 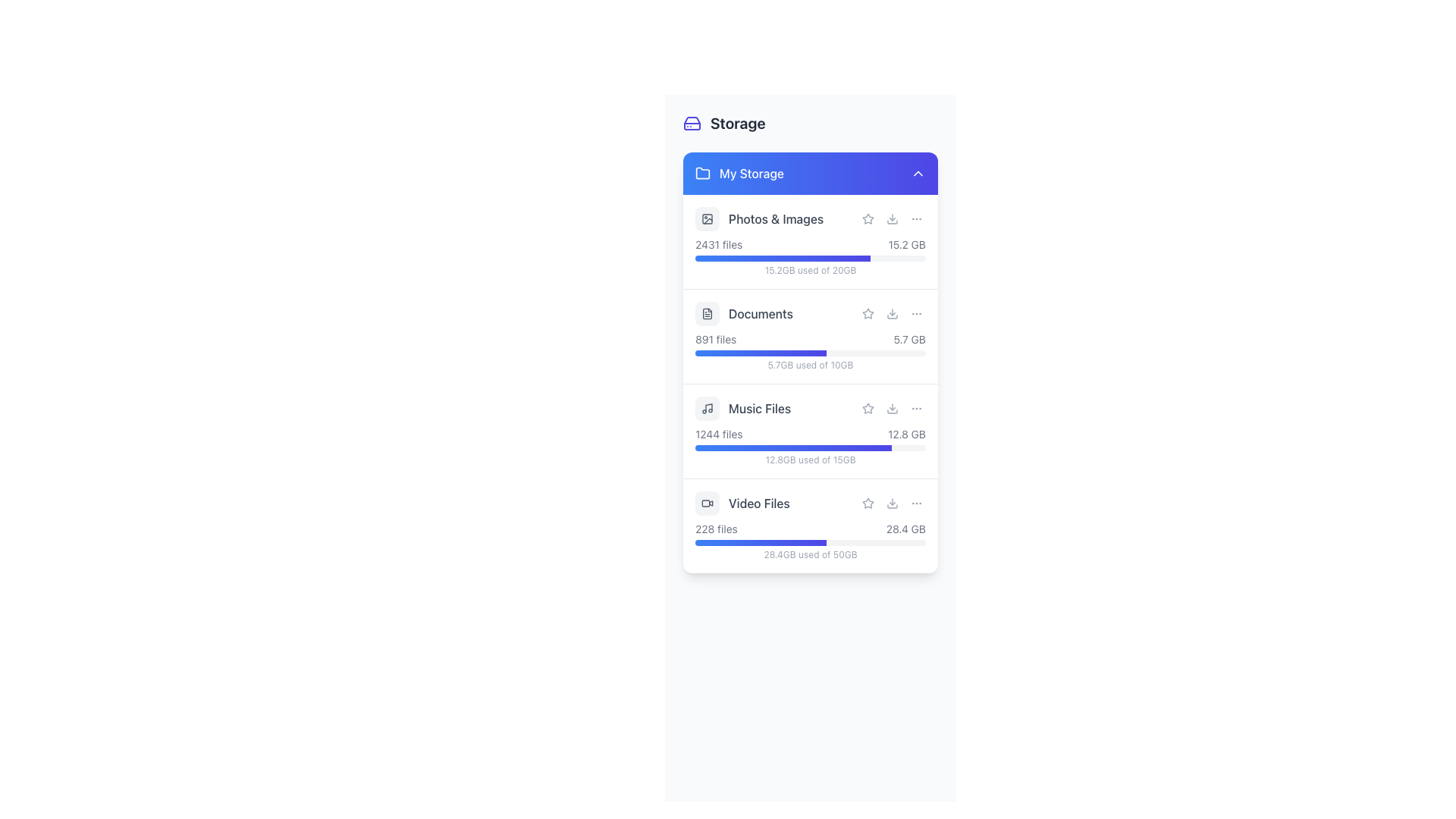 What do you see at coordinates (810, 241) in the screenshot?
I see `the first entry in the vertically stacked list of categories, which provides summarized information about the 'Photos & Images' storage category` at bounding box center [810, 241].